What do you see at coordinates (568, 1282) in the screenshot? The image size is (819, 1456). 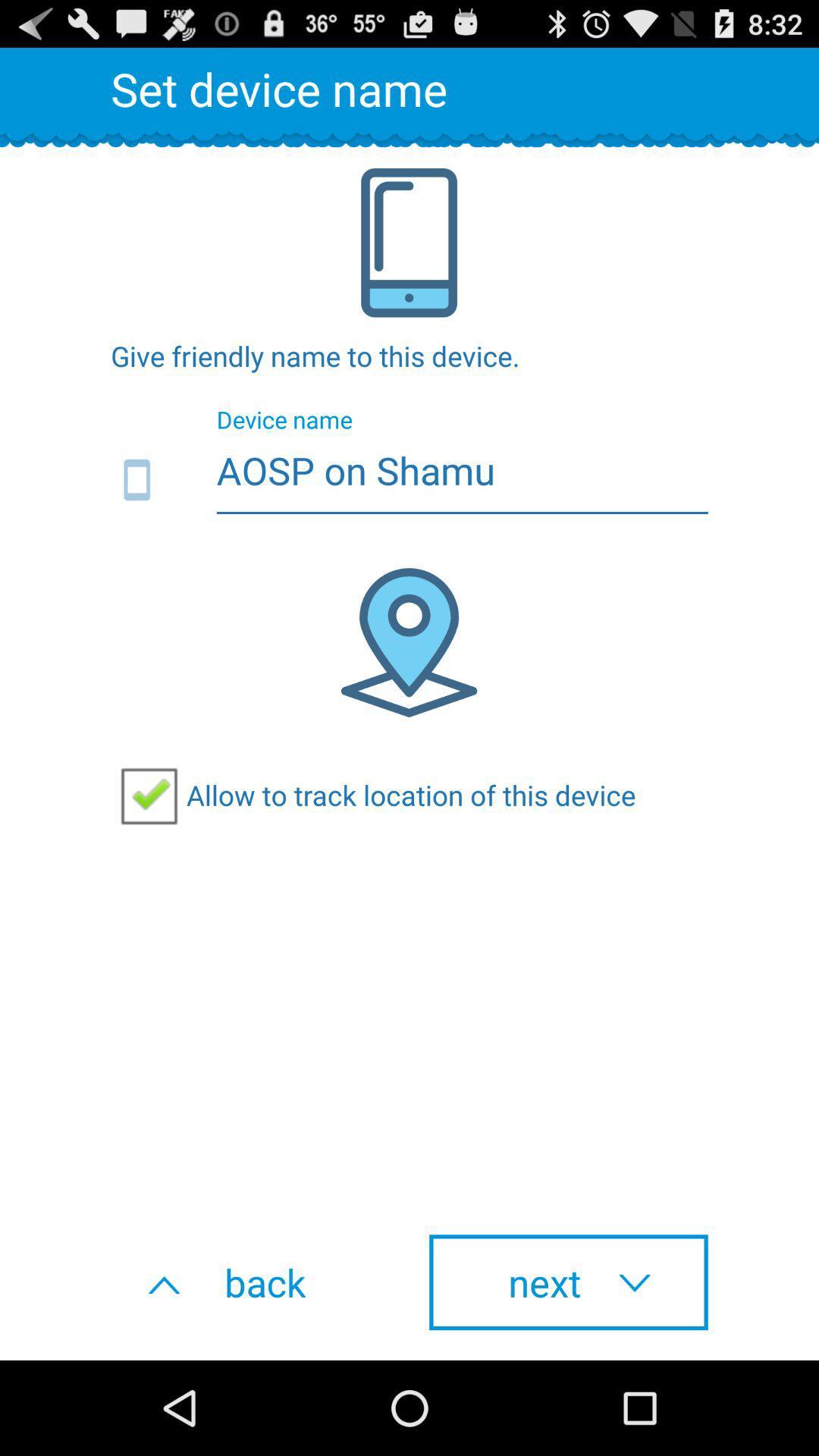 I see `button next to the back` at bounding box center [568, 1282].